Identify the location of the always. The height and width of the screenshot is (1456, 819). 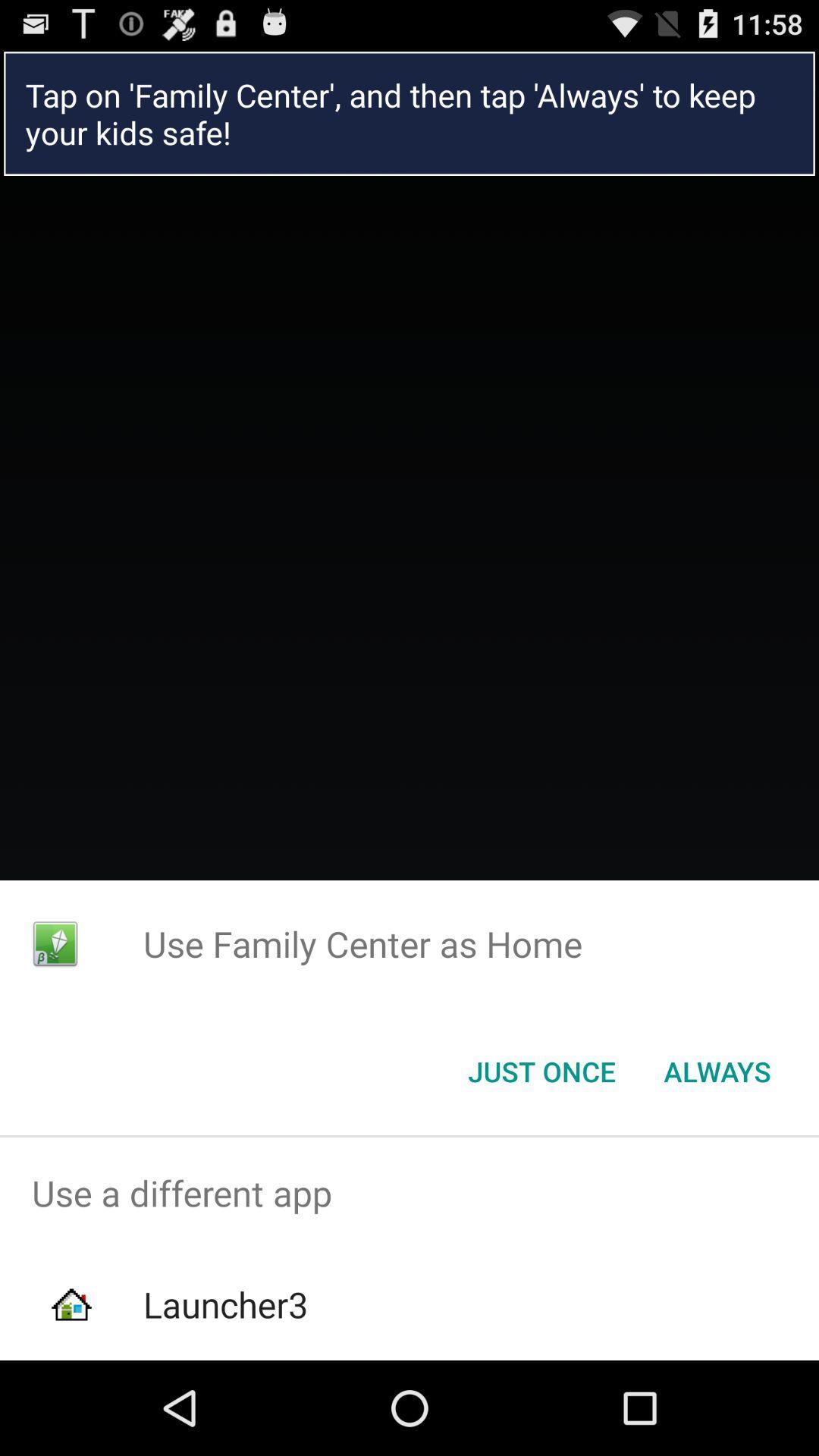
(717, 1070).